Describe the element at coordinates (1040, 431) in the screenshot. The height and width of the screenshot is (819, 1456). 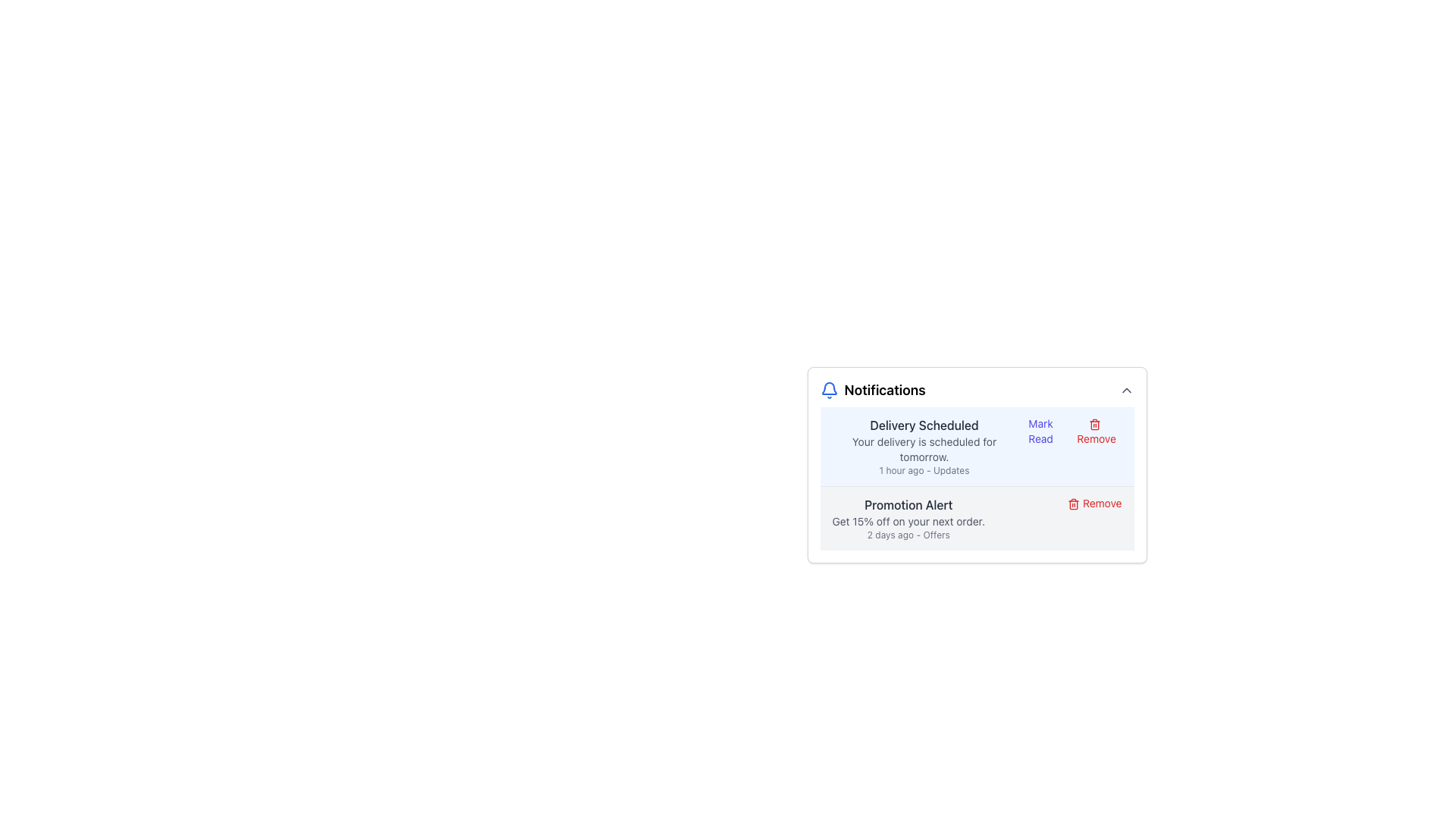
I see `the 'Mark Read' text button in the notification panel to mark the notification as read` at that location.